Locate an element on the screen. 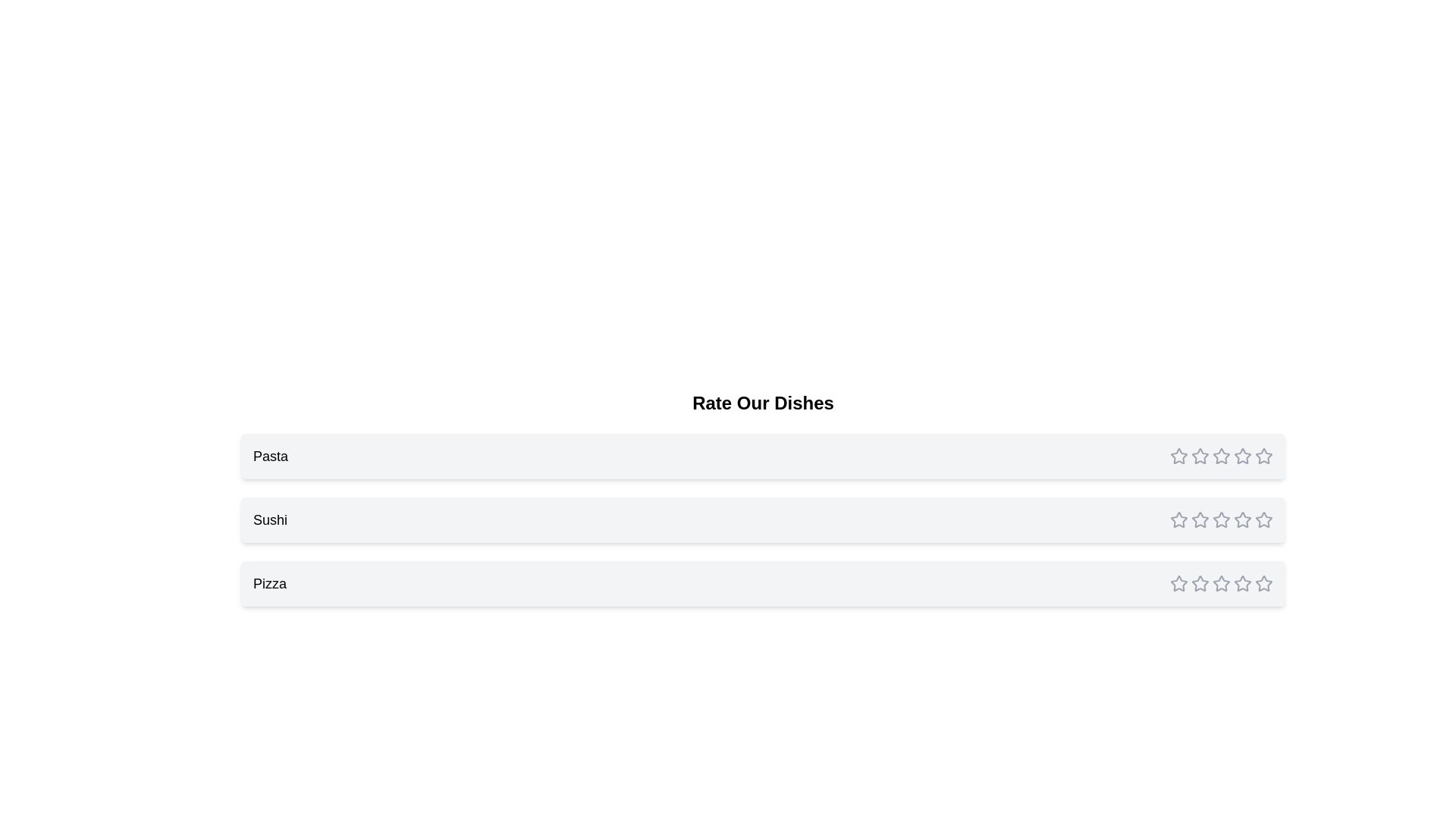  the second star in the interactive rating stars group located in the 'Pizza' section is located at coordinates (1222, 583).